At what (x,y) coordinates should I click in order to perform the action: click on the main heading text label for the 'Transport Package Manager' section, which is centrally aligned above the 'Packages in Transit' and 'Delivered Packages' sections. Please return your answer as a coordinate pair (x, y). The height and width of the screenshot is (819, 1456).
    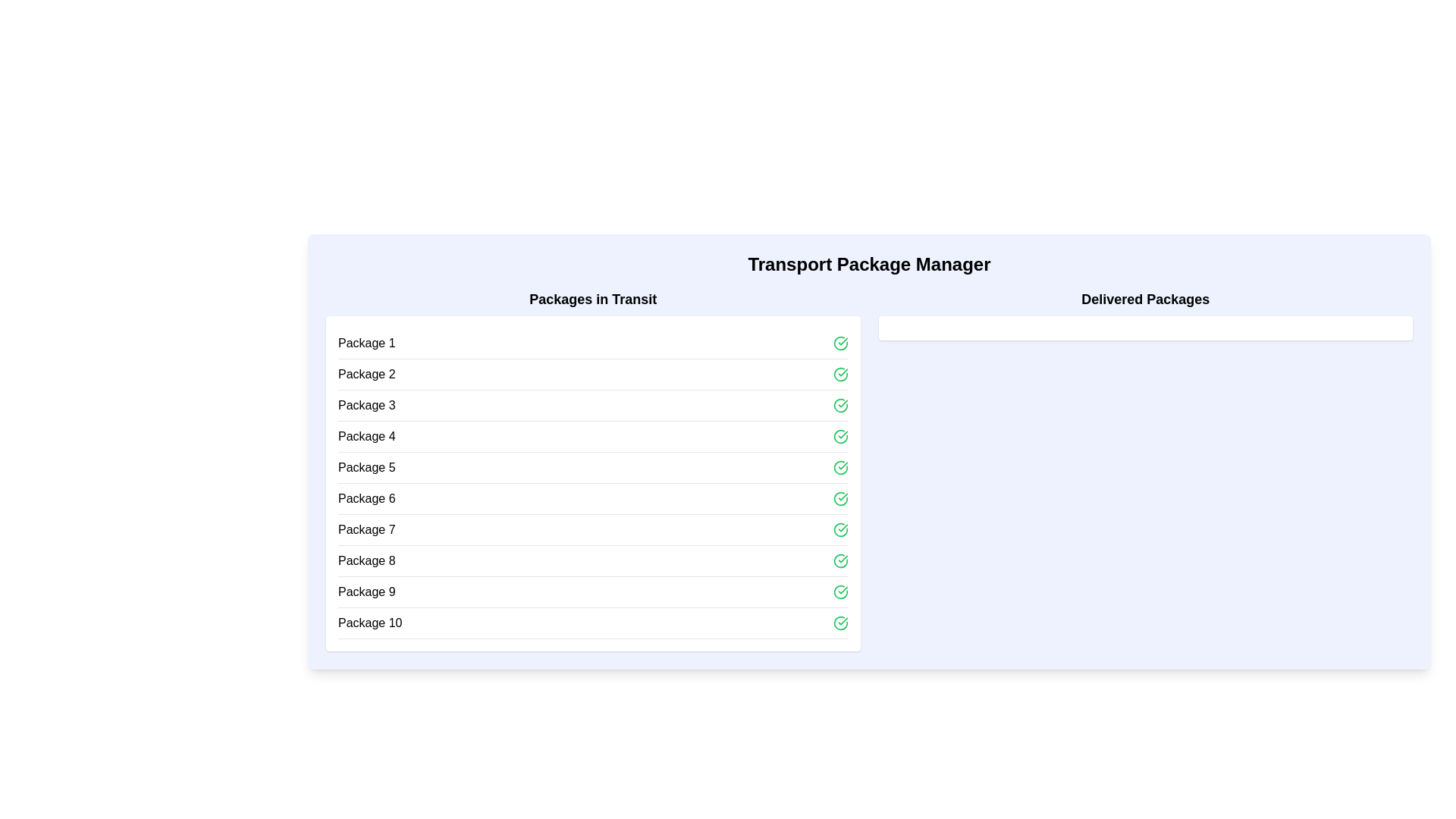
    Looking at the image, I should click on (869, 263).